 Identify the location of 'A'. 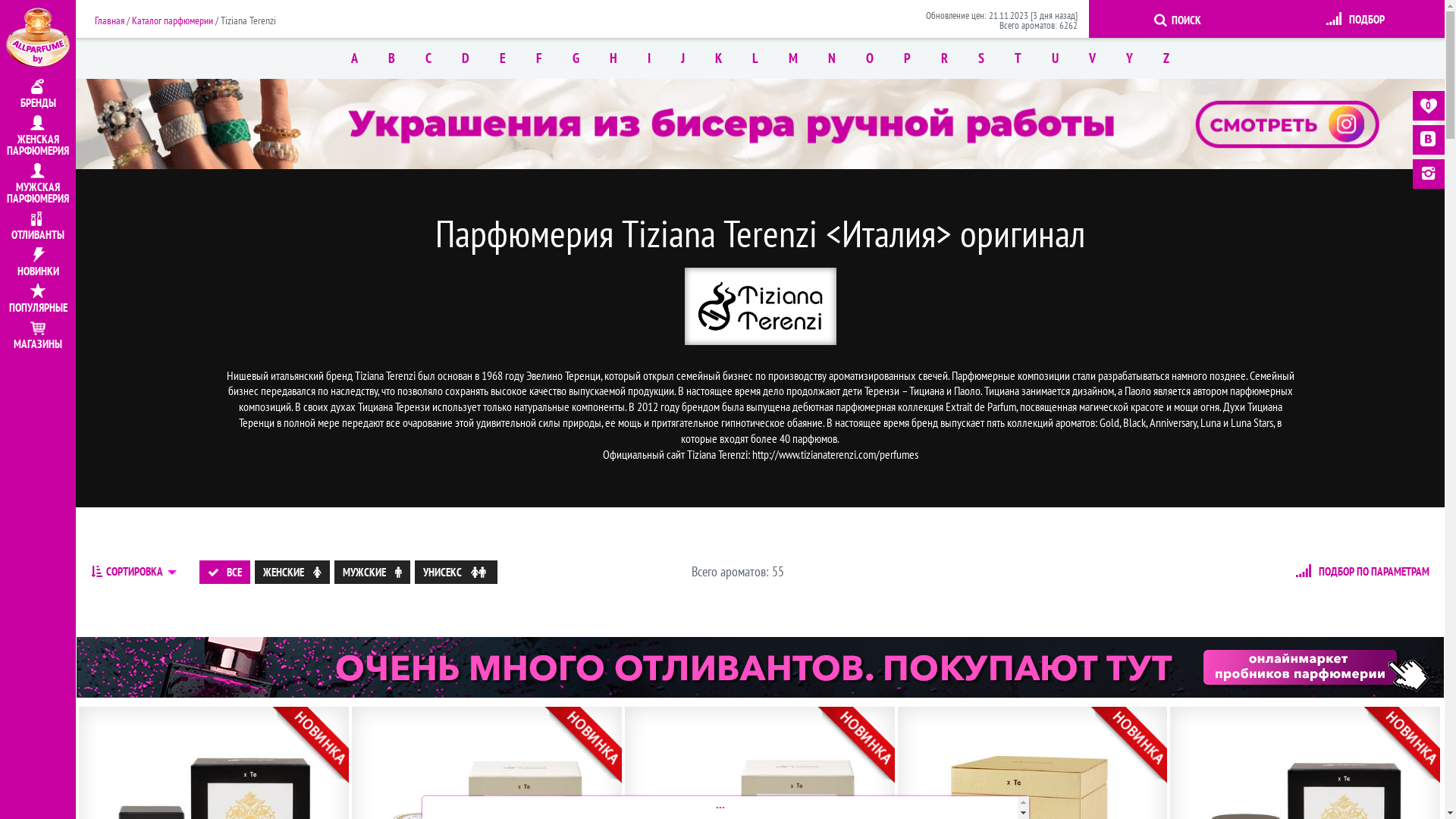
(353, 58).